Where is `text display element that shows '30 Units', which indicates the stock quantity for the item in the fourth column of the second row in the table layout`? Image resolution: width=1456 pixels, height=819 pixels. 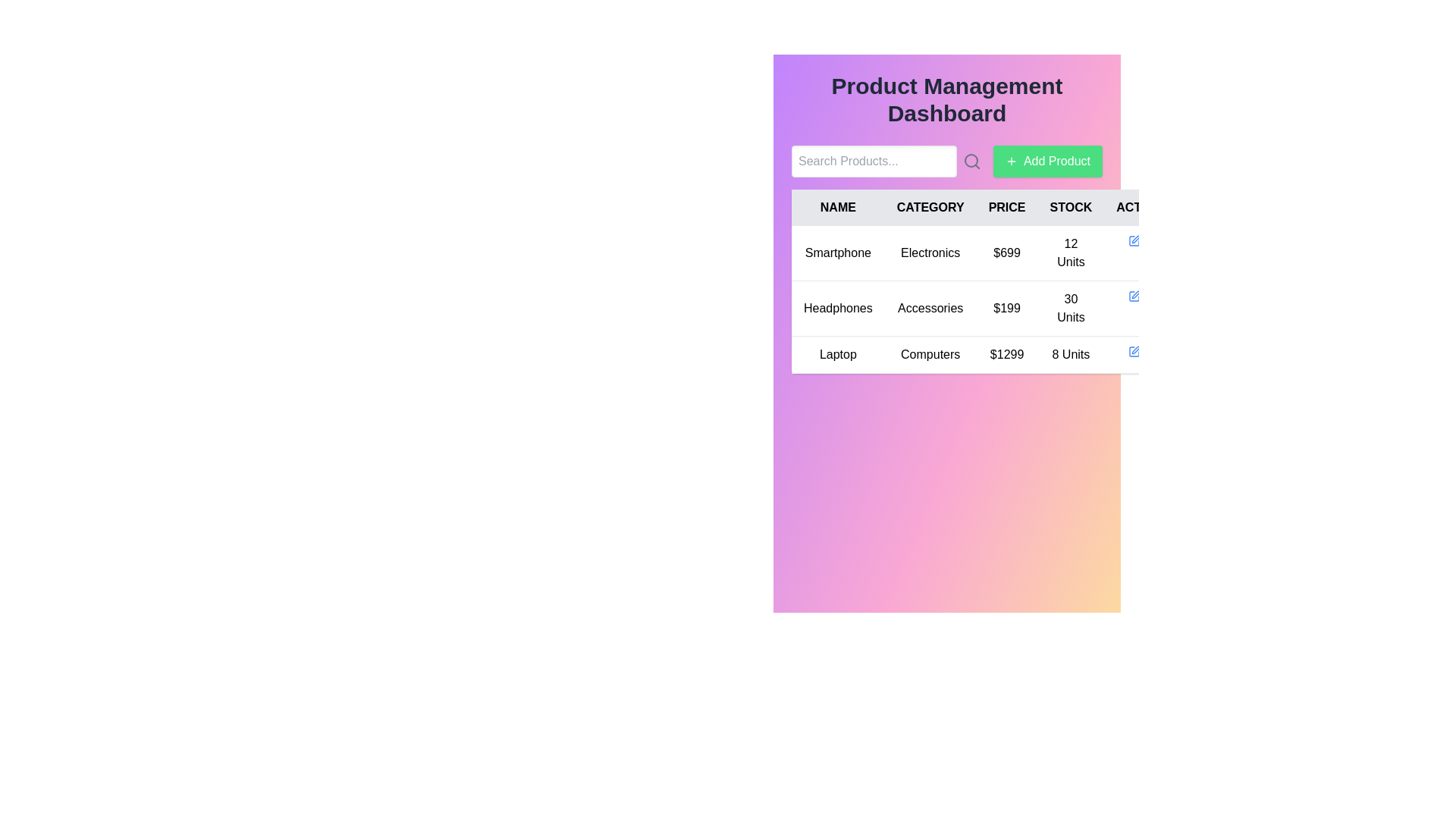 text display element that shows '30 Units', which indicates the stock quantity for the item in the fourth column of the second row in the table layout is located at coordinates (1070, 308).